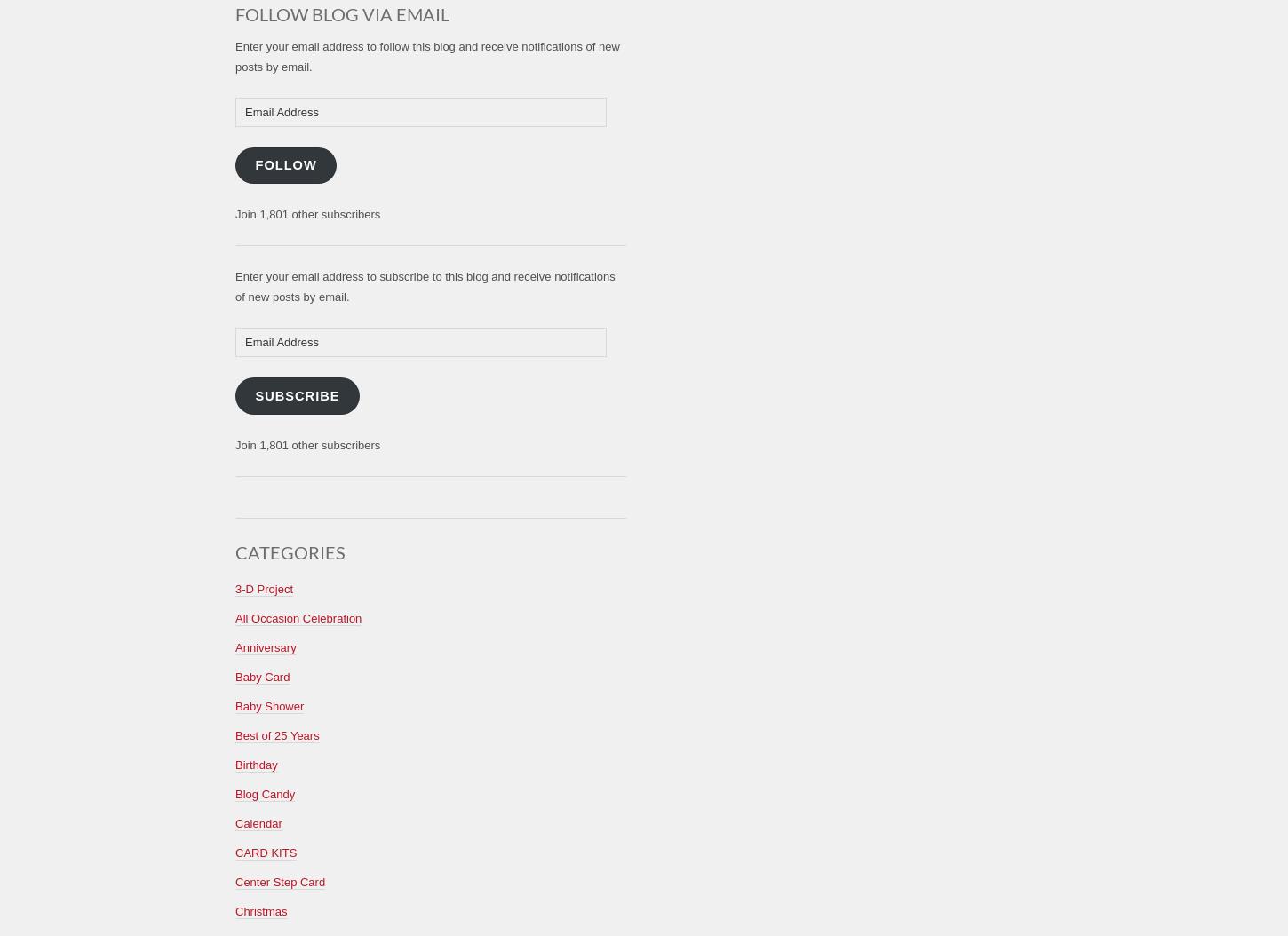  I want to click on 'Follow Blog via Email', so click(235, 12).